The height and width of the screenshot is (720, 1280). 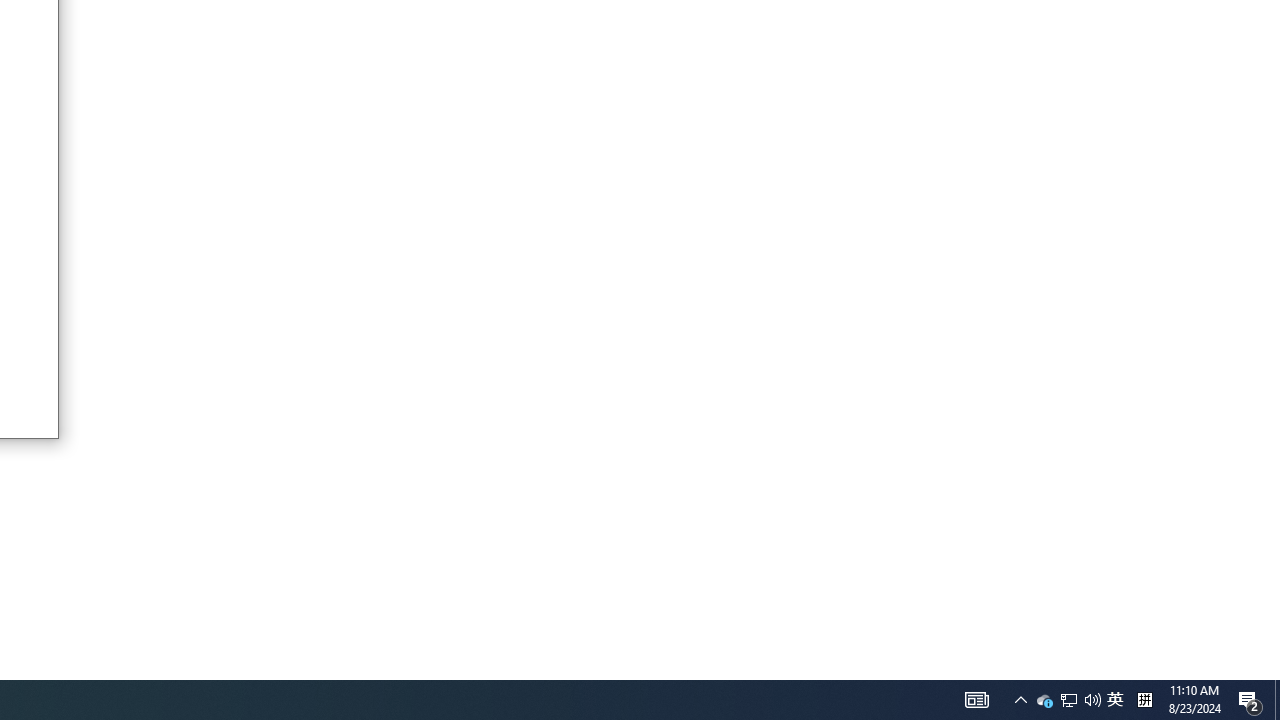 What do you see at coordinates (1276, 698) in the screenshot?
I see `'Show desktop'` at bounding box center [1276, 698].